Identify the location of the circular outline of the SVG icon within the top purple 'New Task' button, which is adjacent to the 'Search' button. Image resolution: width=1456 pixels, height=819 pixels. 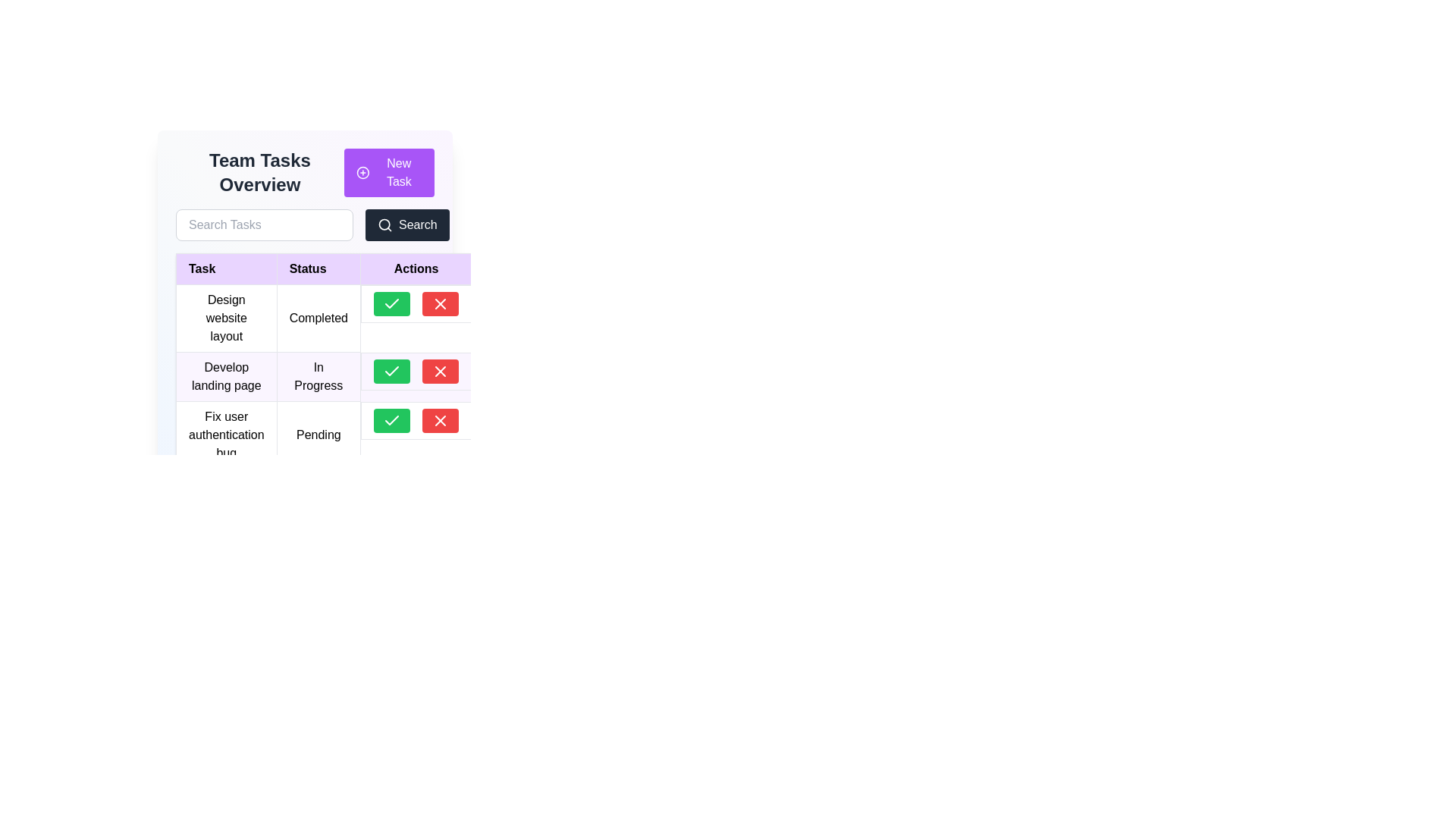
(362, 171).